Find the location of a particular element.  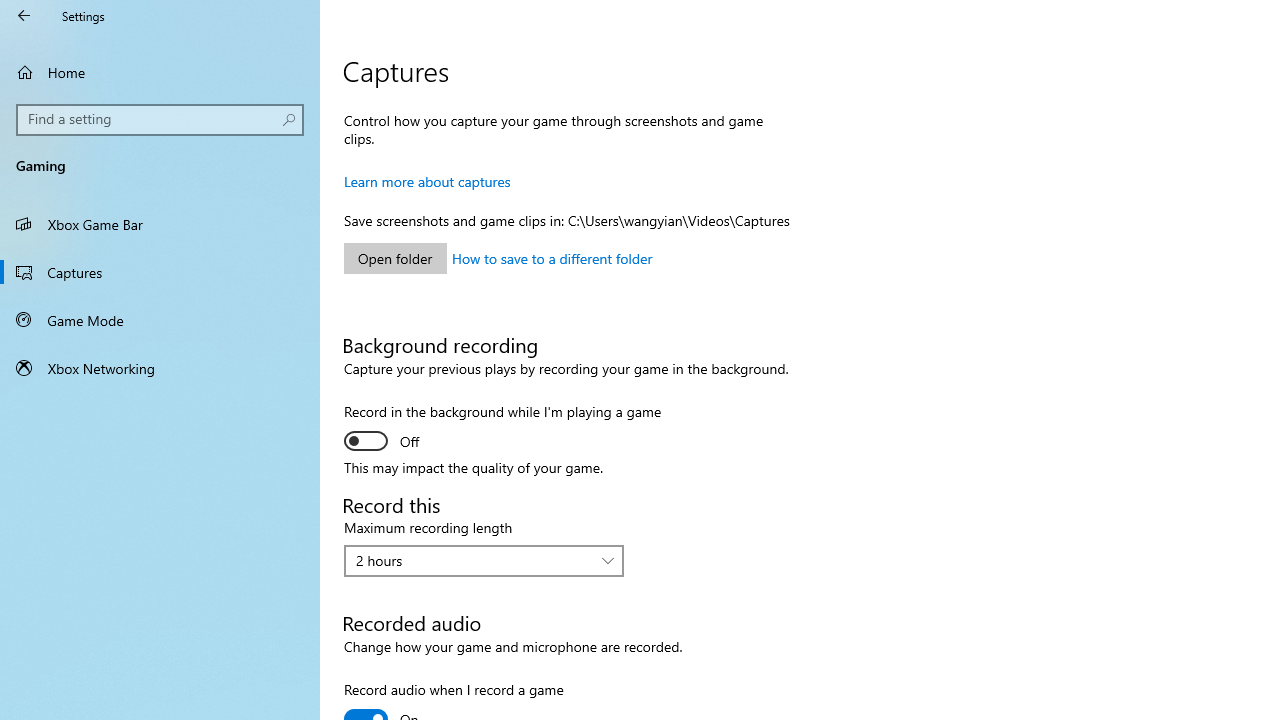

'Record in the background while I' is located at coordinates (503, 428).